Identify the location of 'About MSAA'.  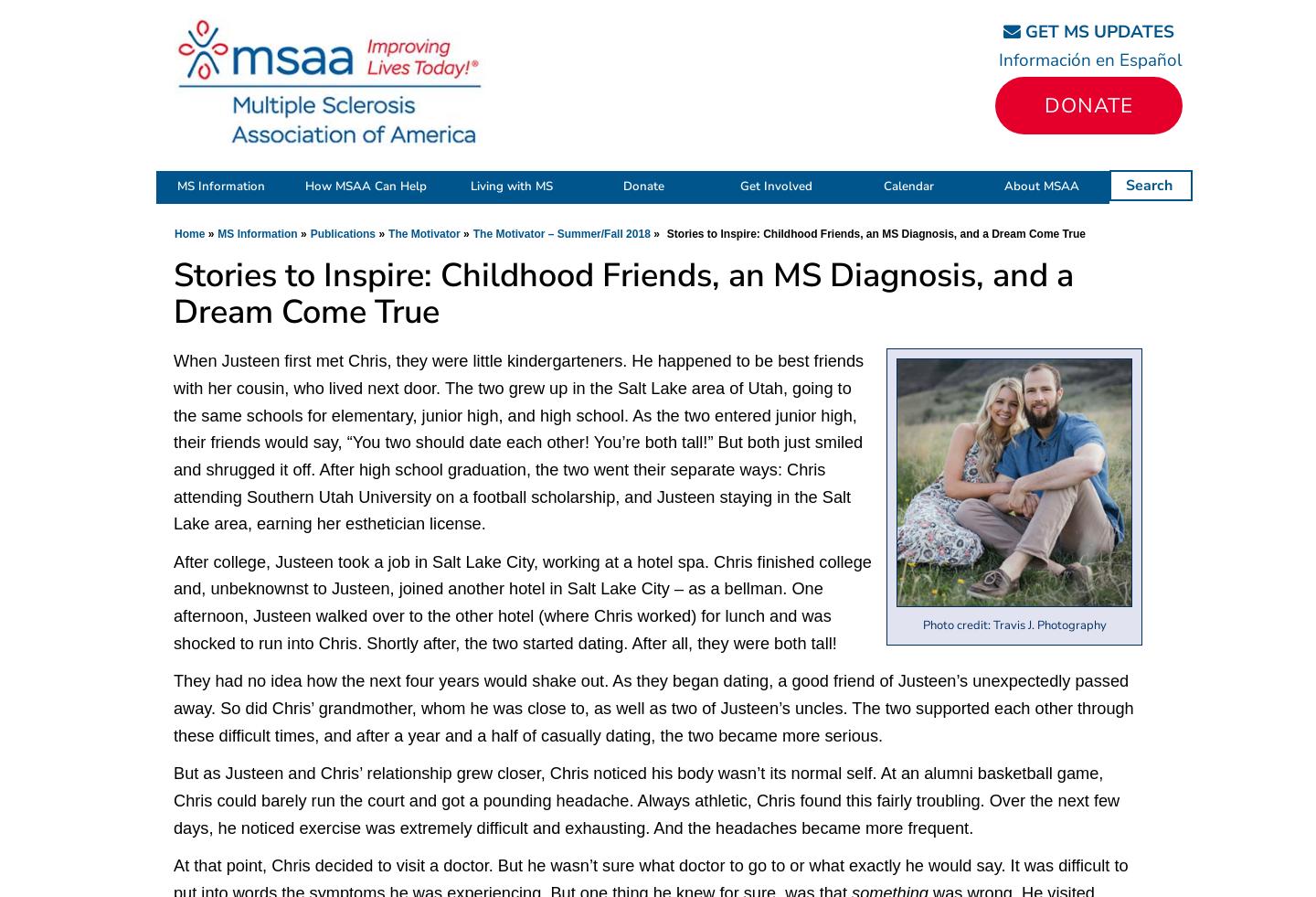
(1003, 186).